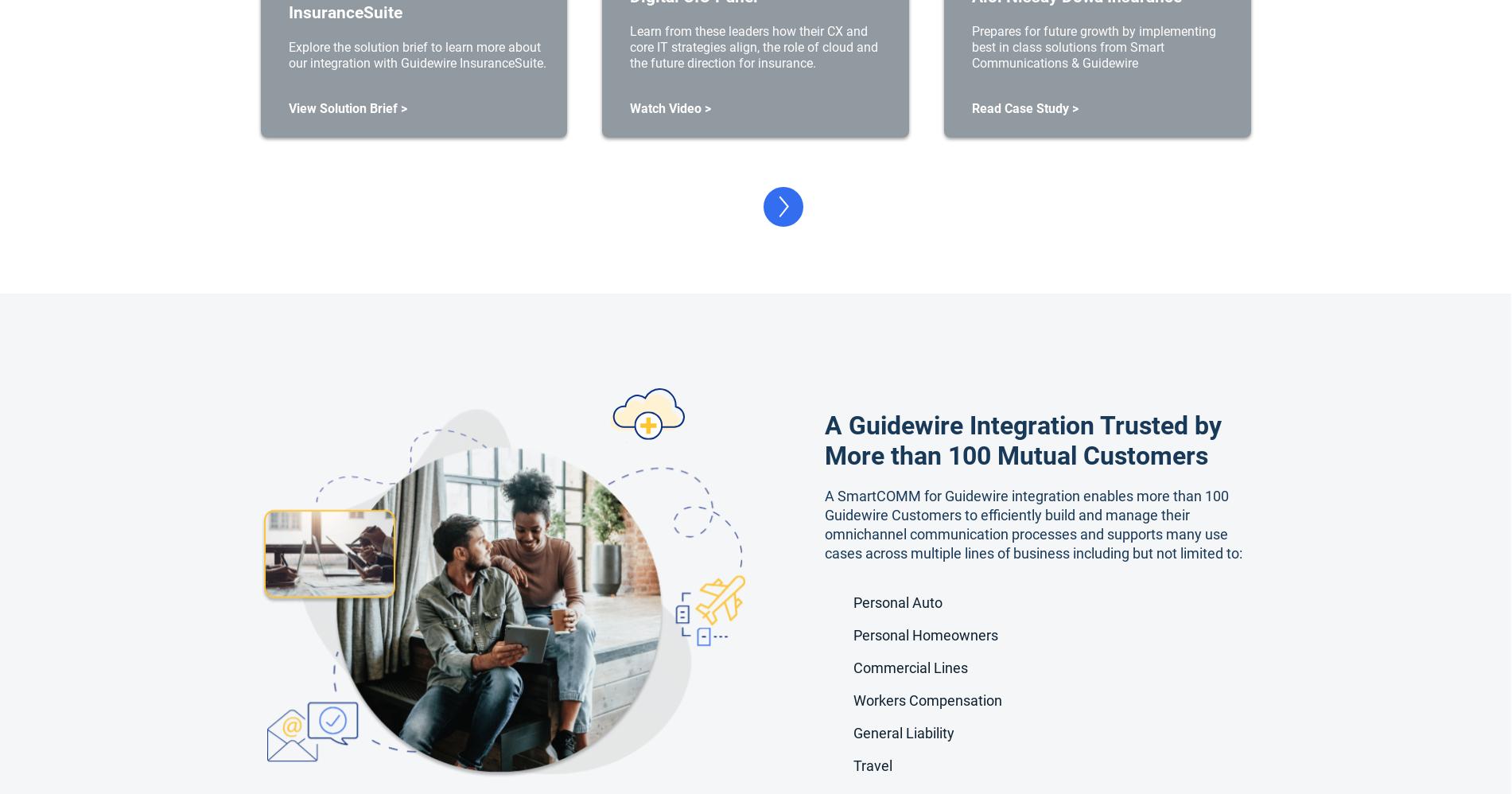  What do you see at coordinates (872, 765) in the screenshot?
I see `'Travel'` at bounding box center [872, 765].